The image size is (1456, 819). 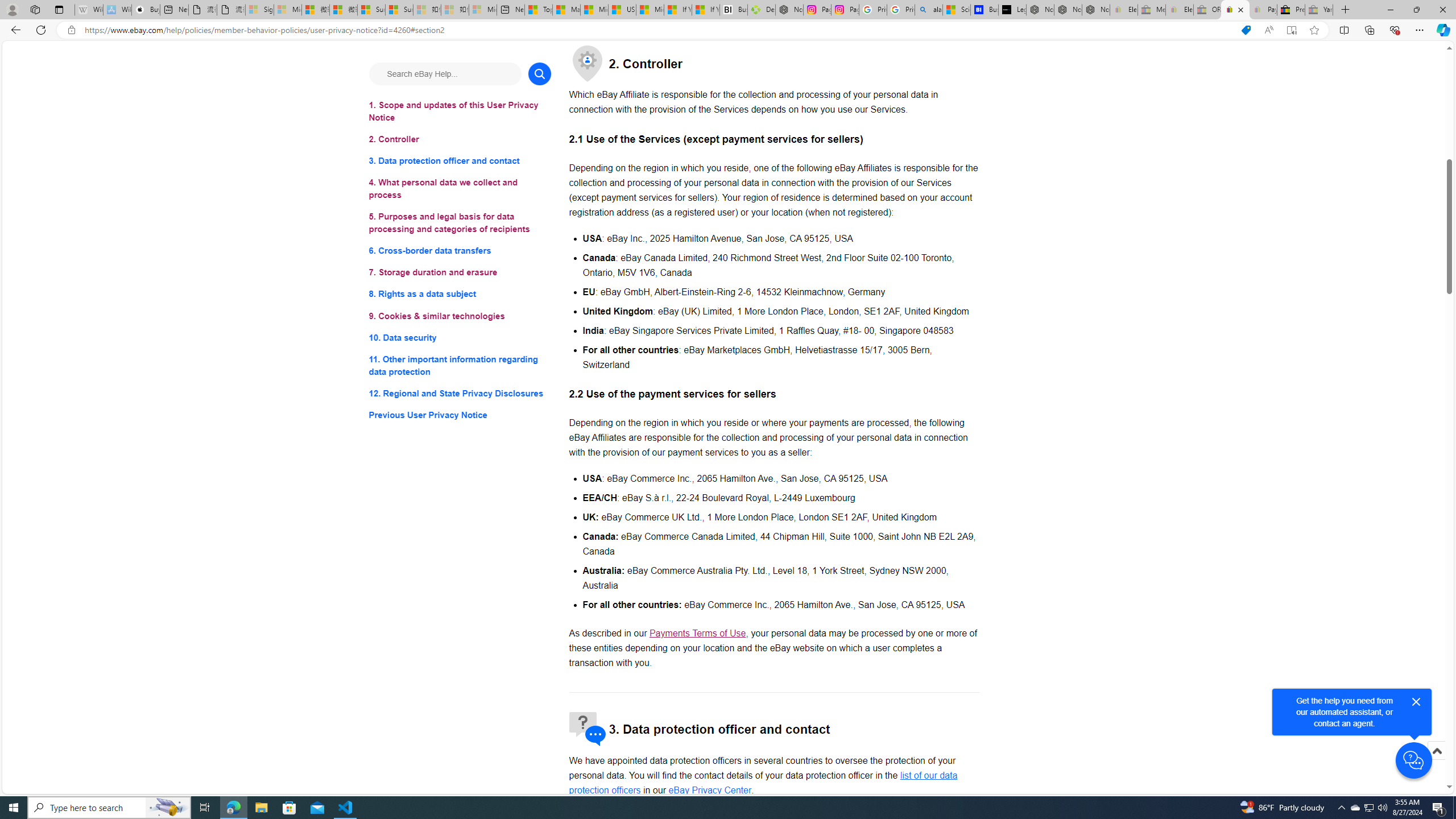 I want to click on '6. Cross-border data transfers', so click(x=459, y=251).